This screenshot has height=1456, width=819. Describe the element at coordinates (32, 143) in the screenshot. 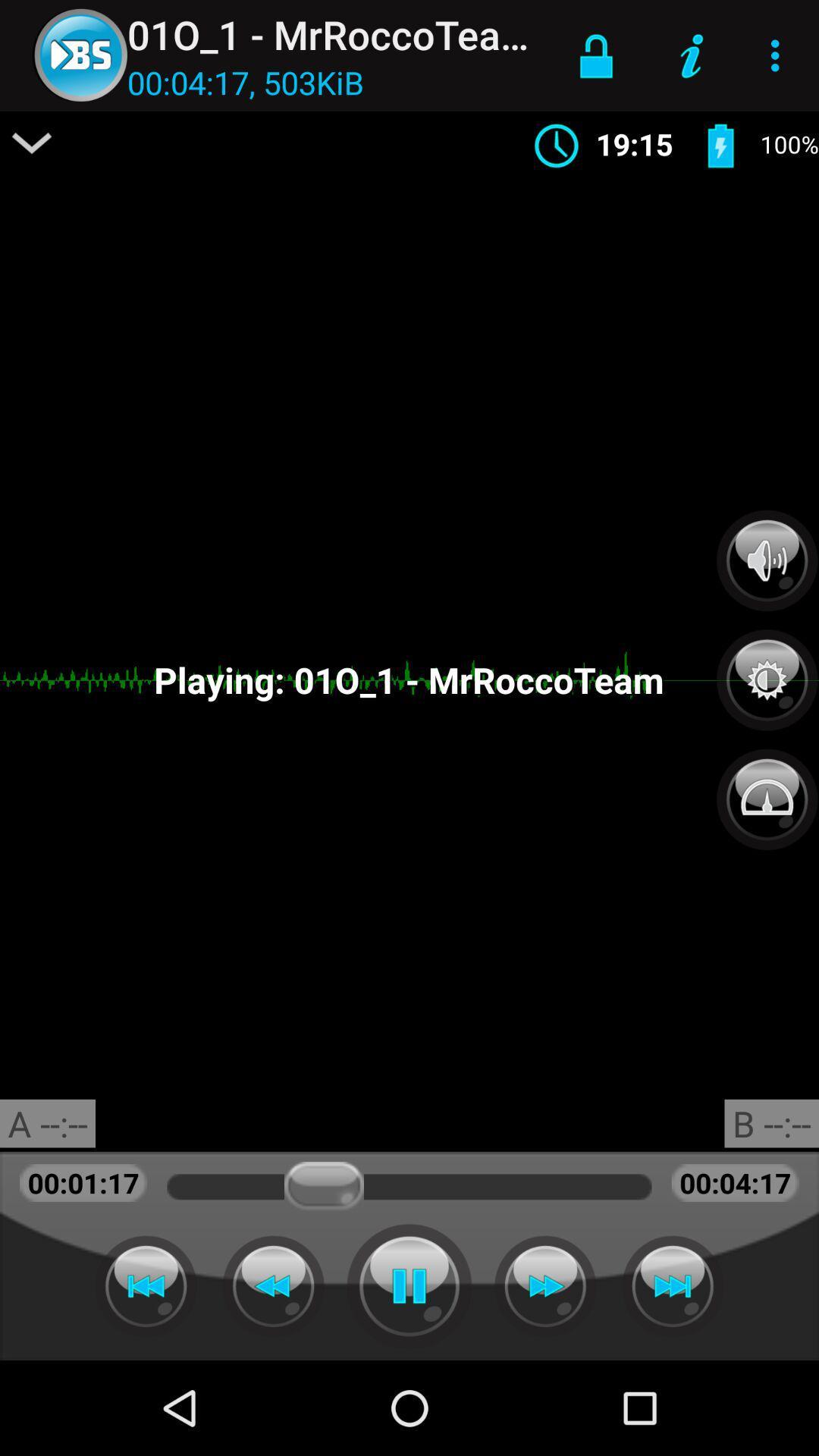

I see `show options` at that location.